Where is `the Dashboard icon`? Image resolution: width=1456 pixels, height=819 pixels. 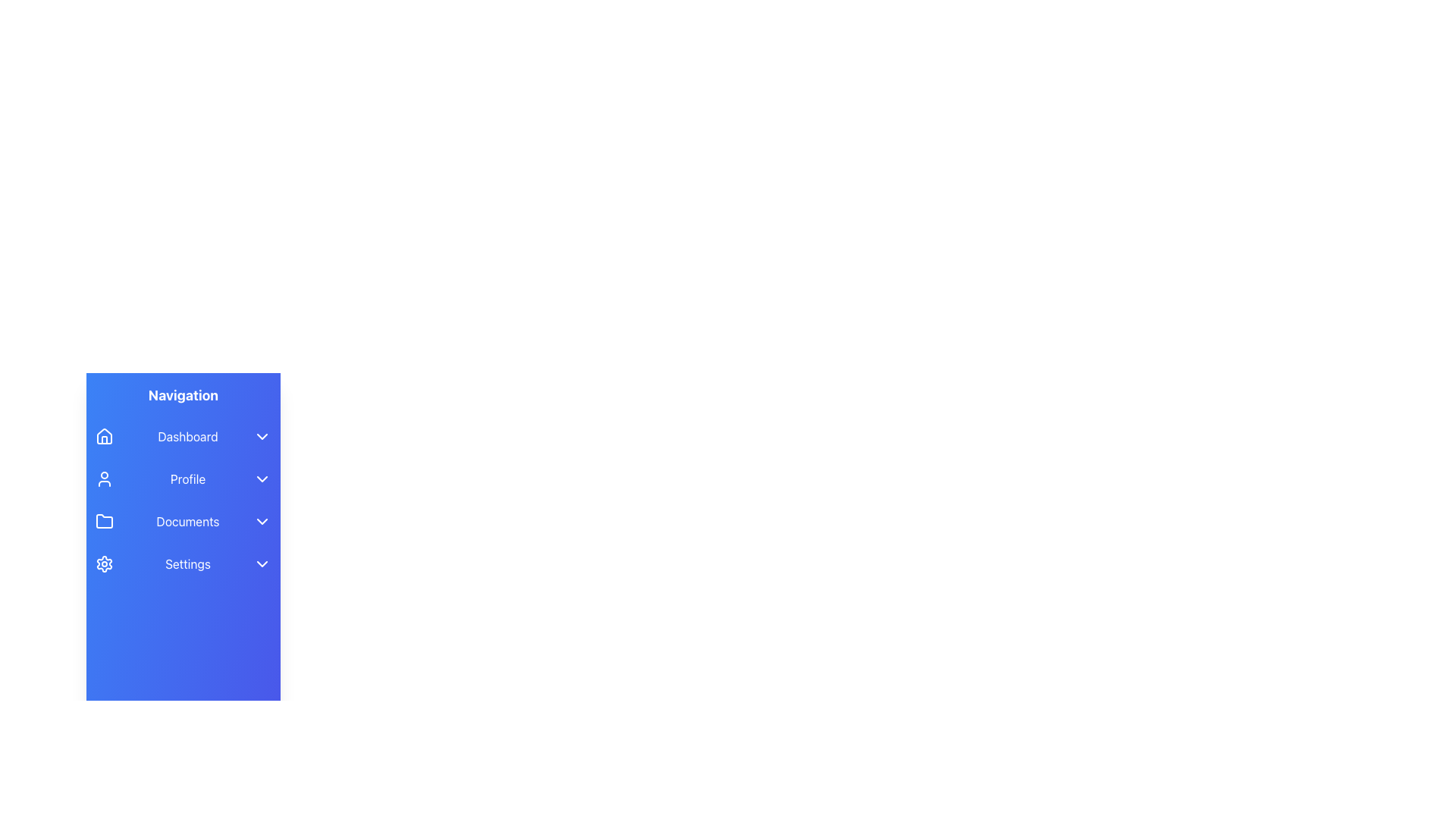 the Dashboard icon is located at coordinates (104, 436).